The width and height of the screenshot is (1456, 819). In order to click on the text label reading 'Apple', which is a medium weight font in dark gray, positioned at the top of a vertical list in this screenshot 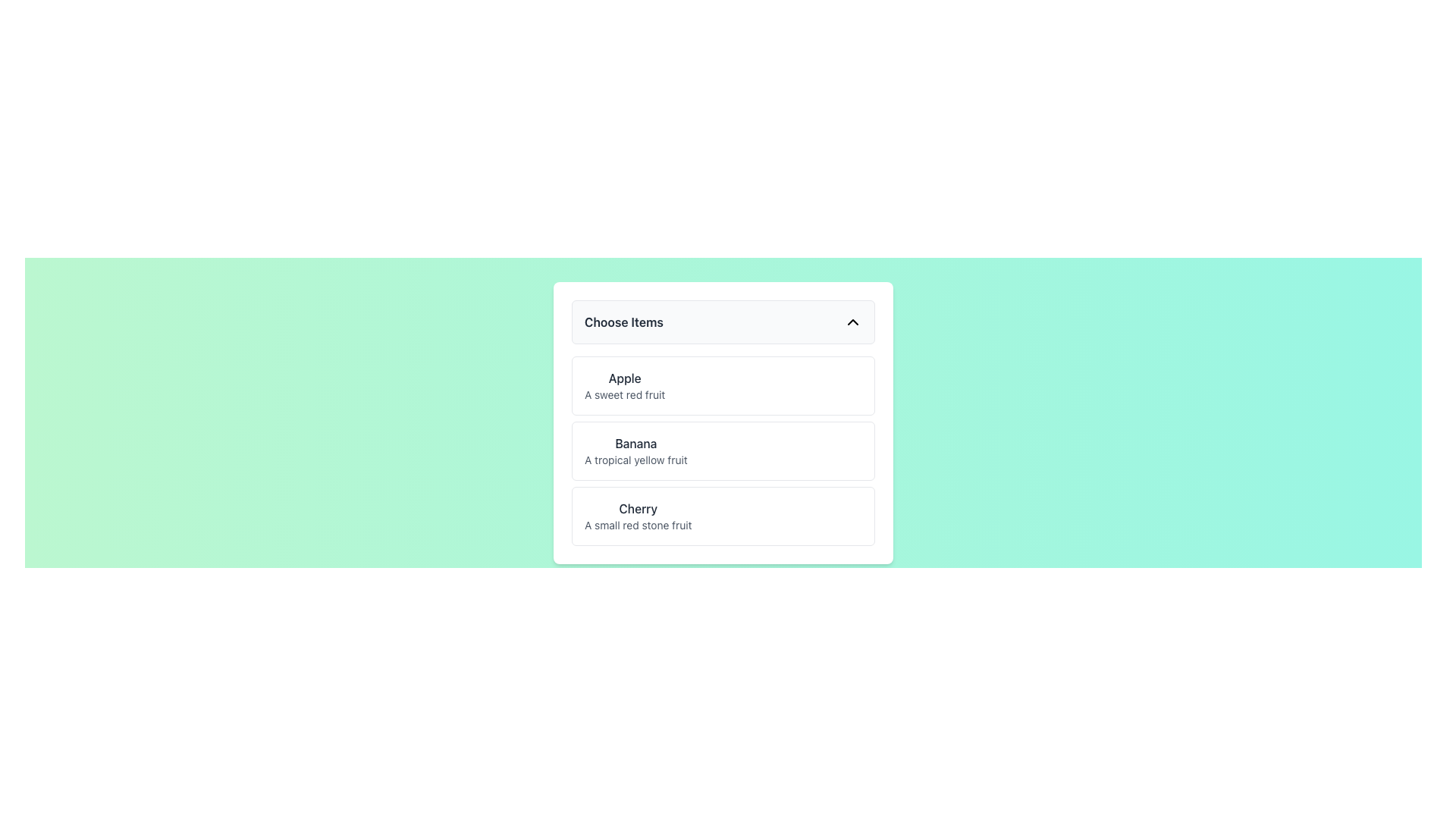, I will do `click(625, 377)`.